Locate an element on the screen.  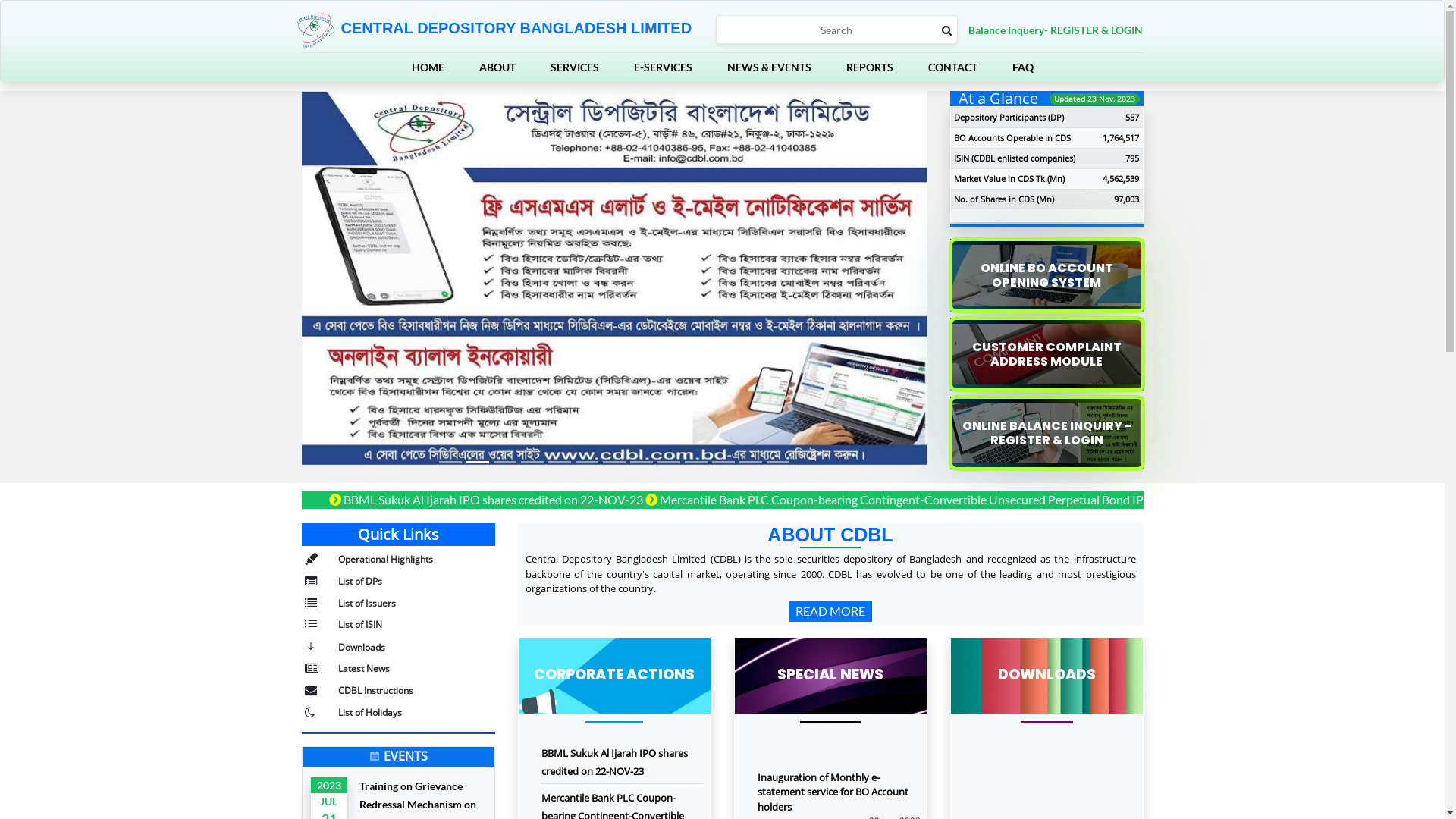
'NEWS & EVENTS' is located at coordinates (720, 66).